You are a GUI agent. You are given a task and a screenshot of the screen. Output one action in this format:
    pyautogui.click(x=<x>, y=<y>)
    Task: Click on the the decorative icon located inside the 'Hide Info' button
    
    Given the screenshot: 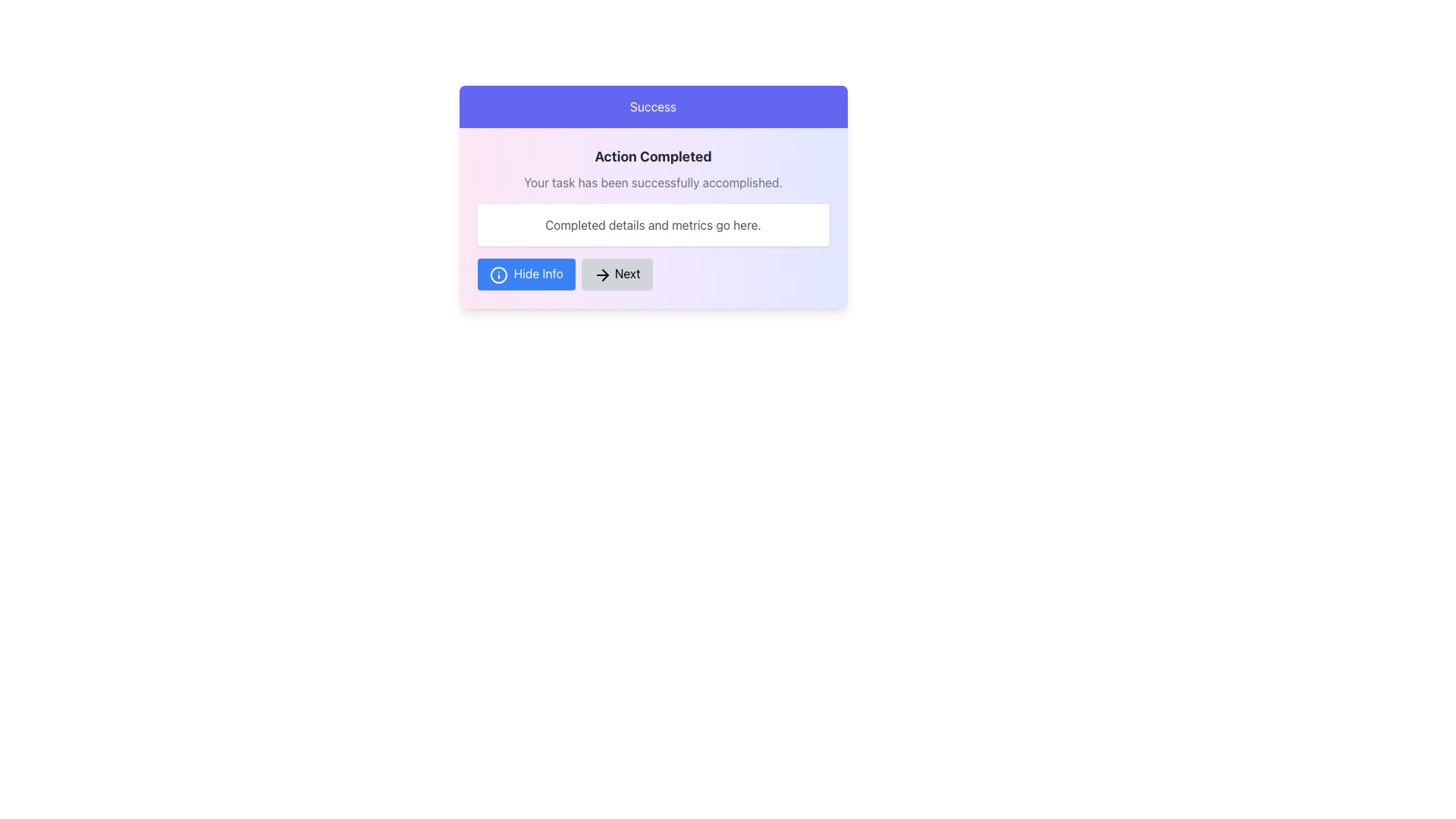 What is the action you would take?
    pyautogui.click(x=498, y=275)
    